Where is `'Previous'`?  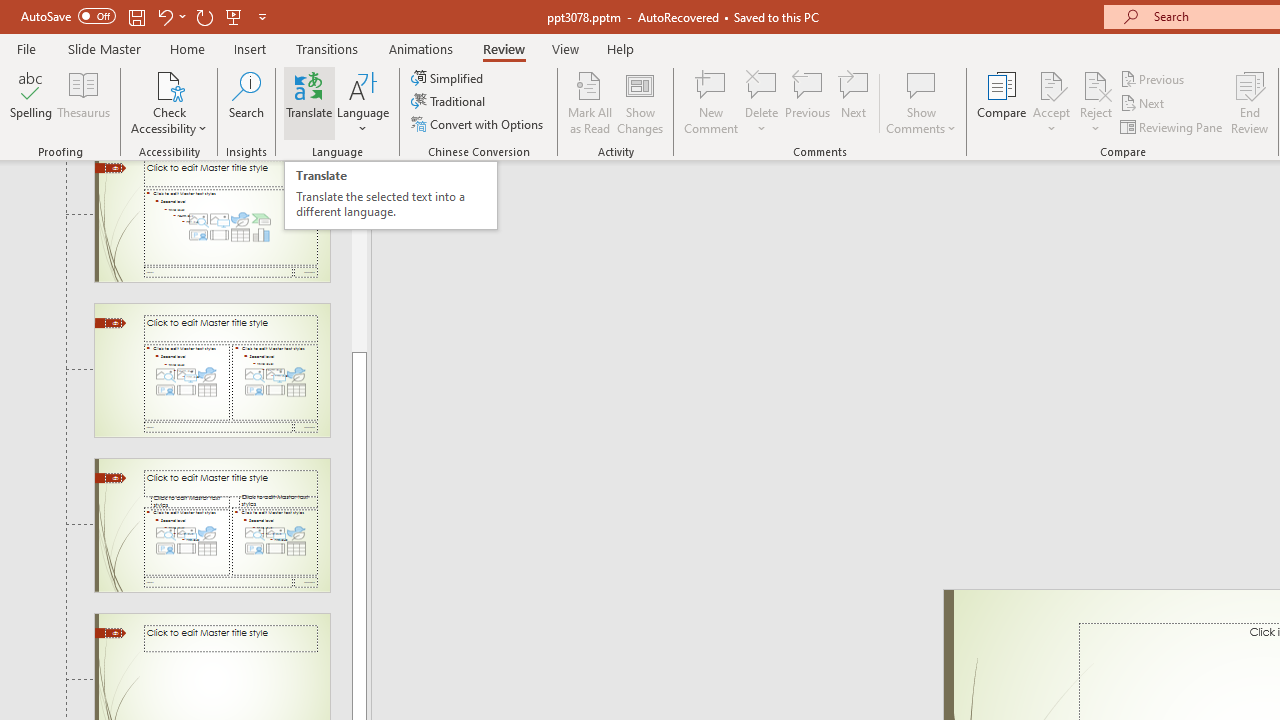 'Previous' is located at coordinates (1153, 78).